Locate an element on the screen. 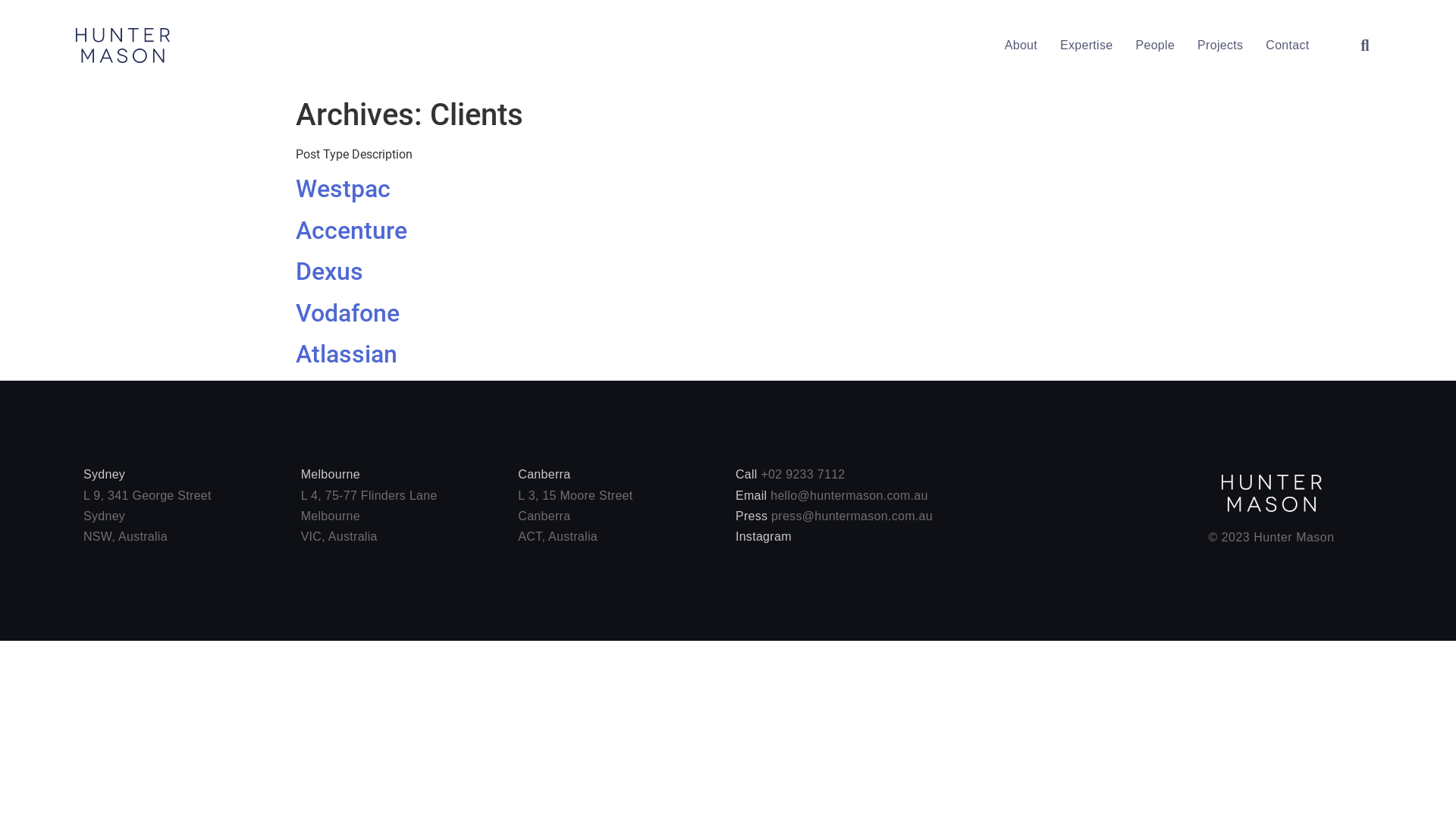 The width and height of the screenshot is (1456, 819). 'People' is located at coordinates (1124, 44).